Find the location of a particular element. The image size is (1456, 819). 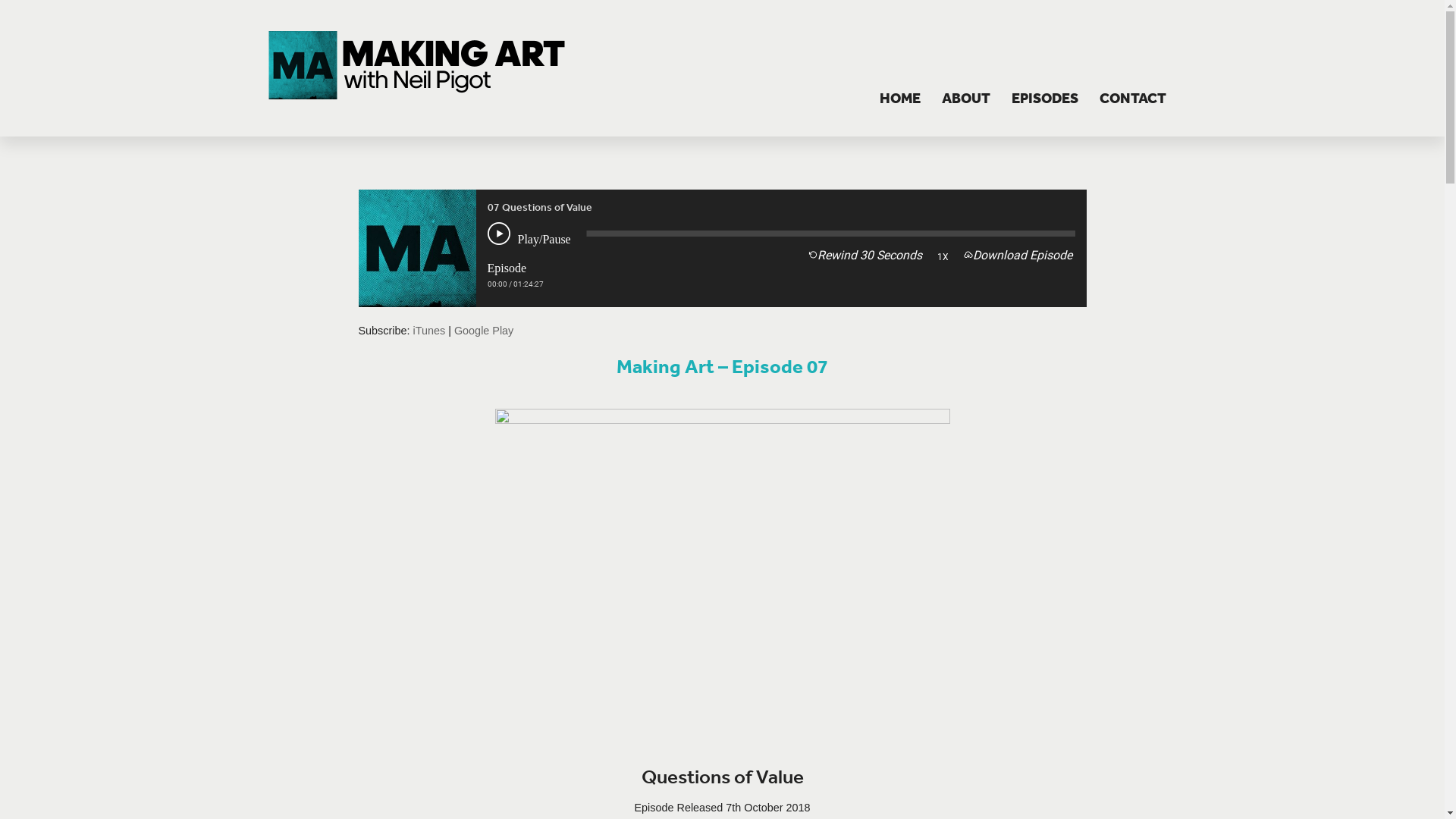

'ABOUT' is located at coordinates (965, 98).